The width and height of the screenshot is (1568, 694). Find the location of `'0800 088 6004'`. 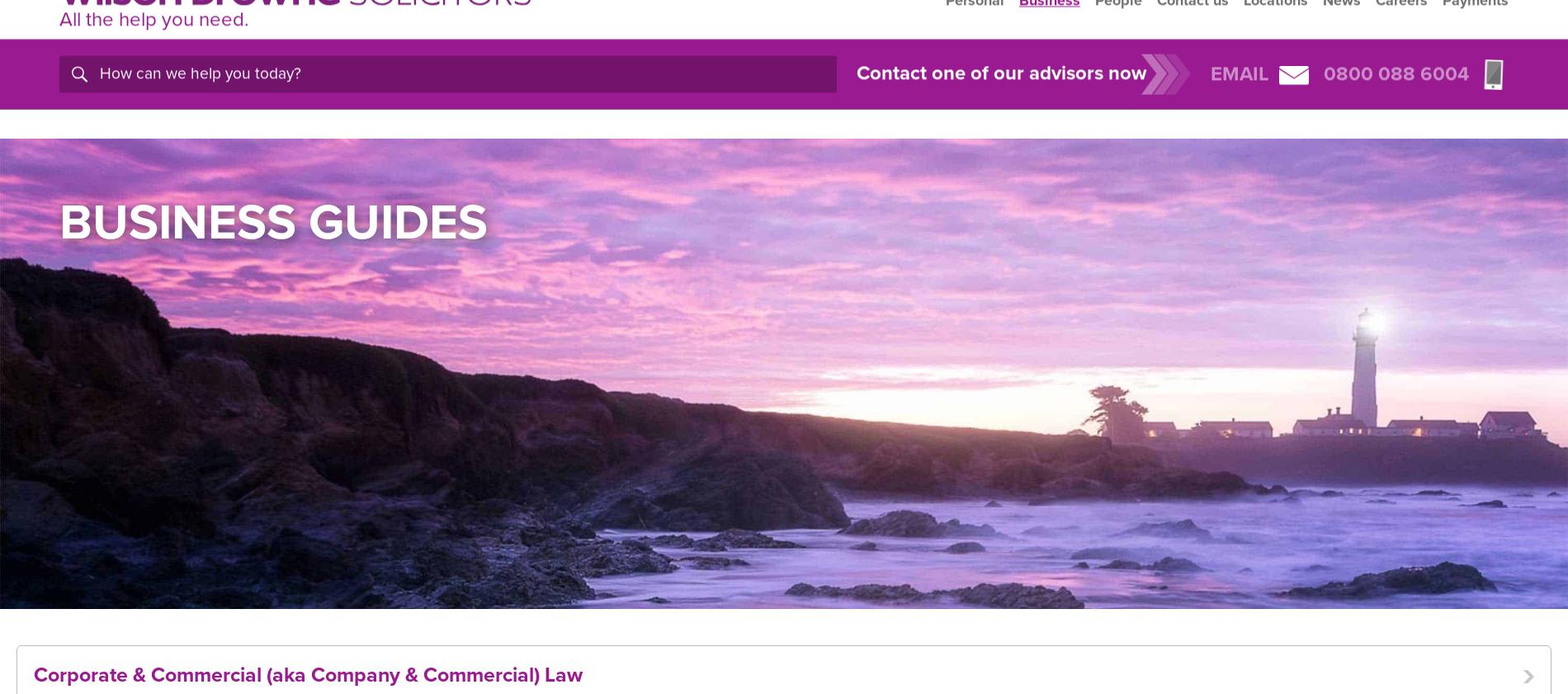

'0800 088 6004' is located at coordinates (1395, 111).